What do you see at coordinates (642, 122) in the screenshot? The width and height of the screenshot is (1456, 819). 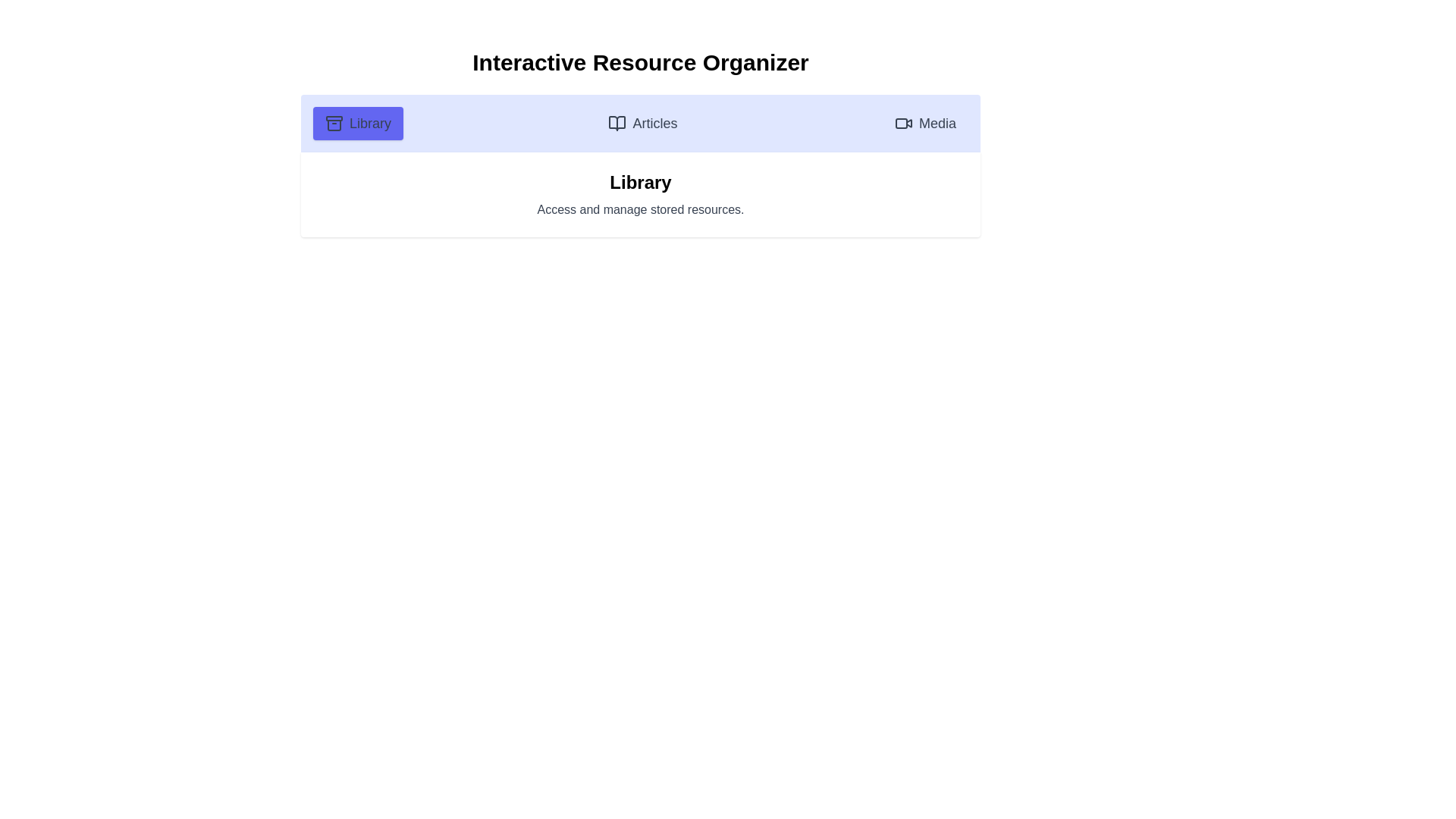 I see `the Articles tab` at bounding box center [642, 122].